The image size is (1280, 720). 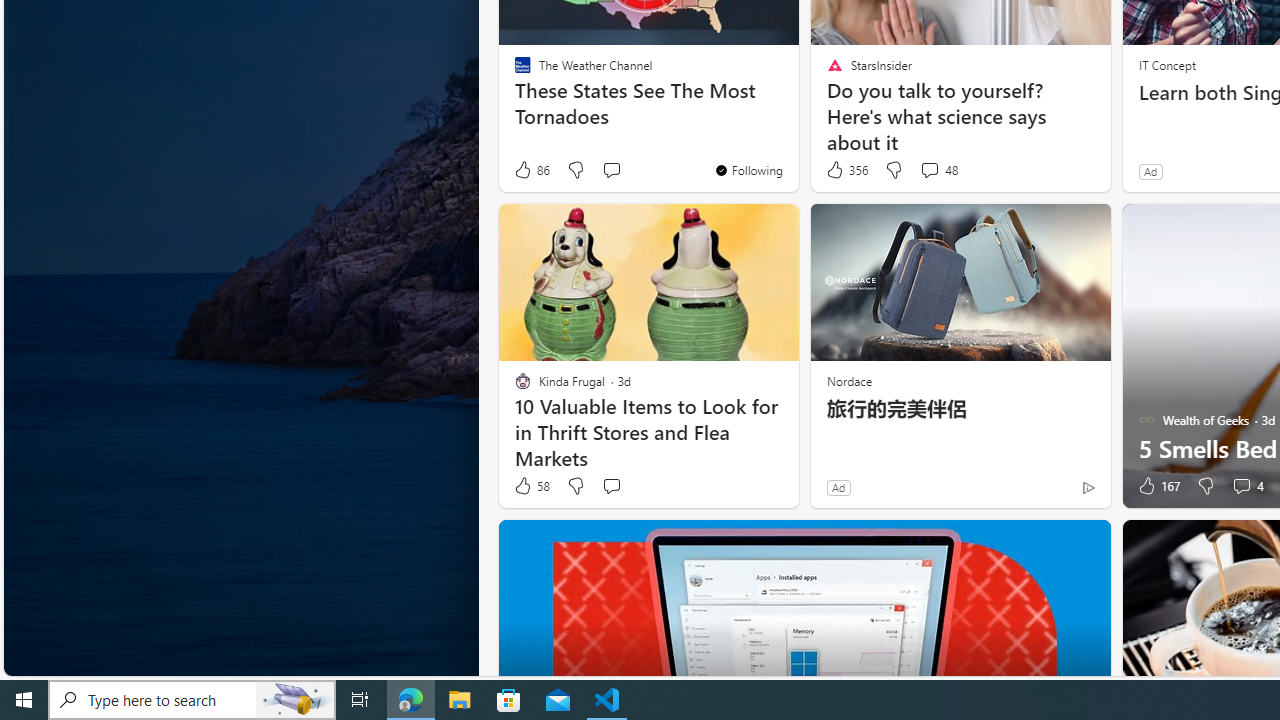 What do you see at coordinates (531, 486) in the screenshot?
I see `'58 Like'` at bounding box center [531, 486].